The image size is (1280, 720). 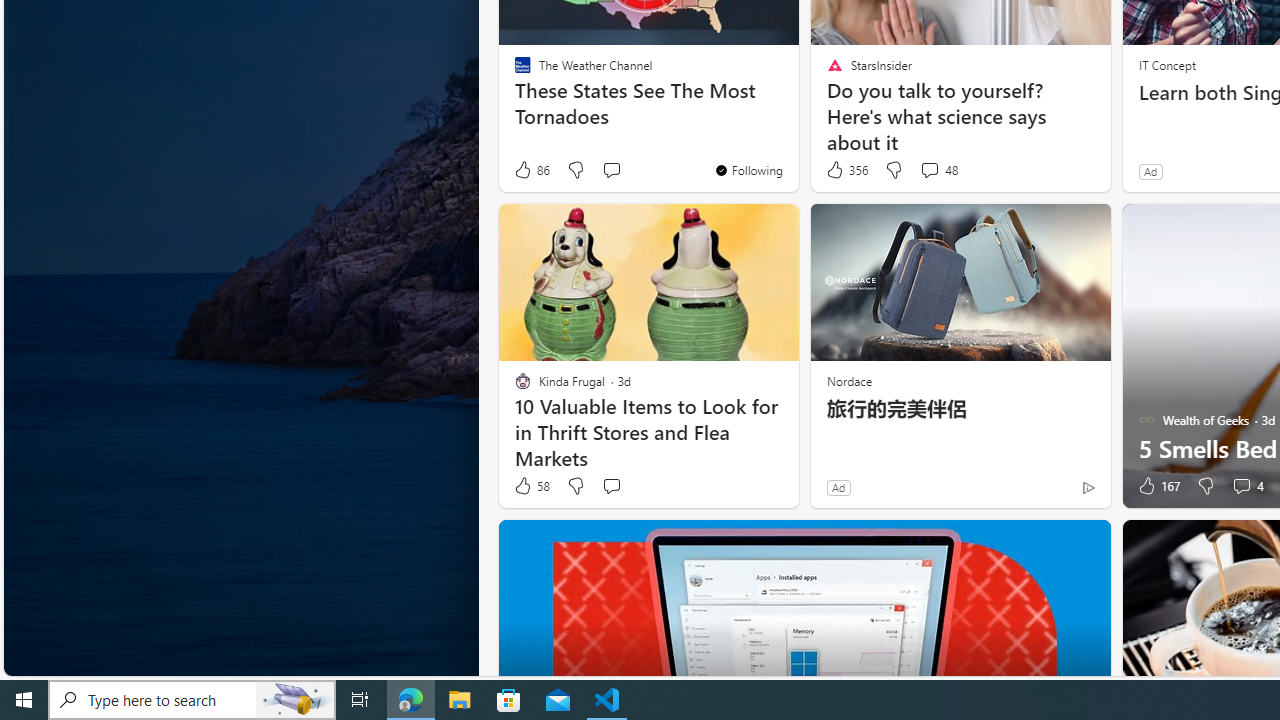 What do you see at coordinates (531, 486) in the screenshot?
I see `'58 Like'` at bounding box center [531, 486].